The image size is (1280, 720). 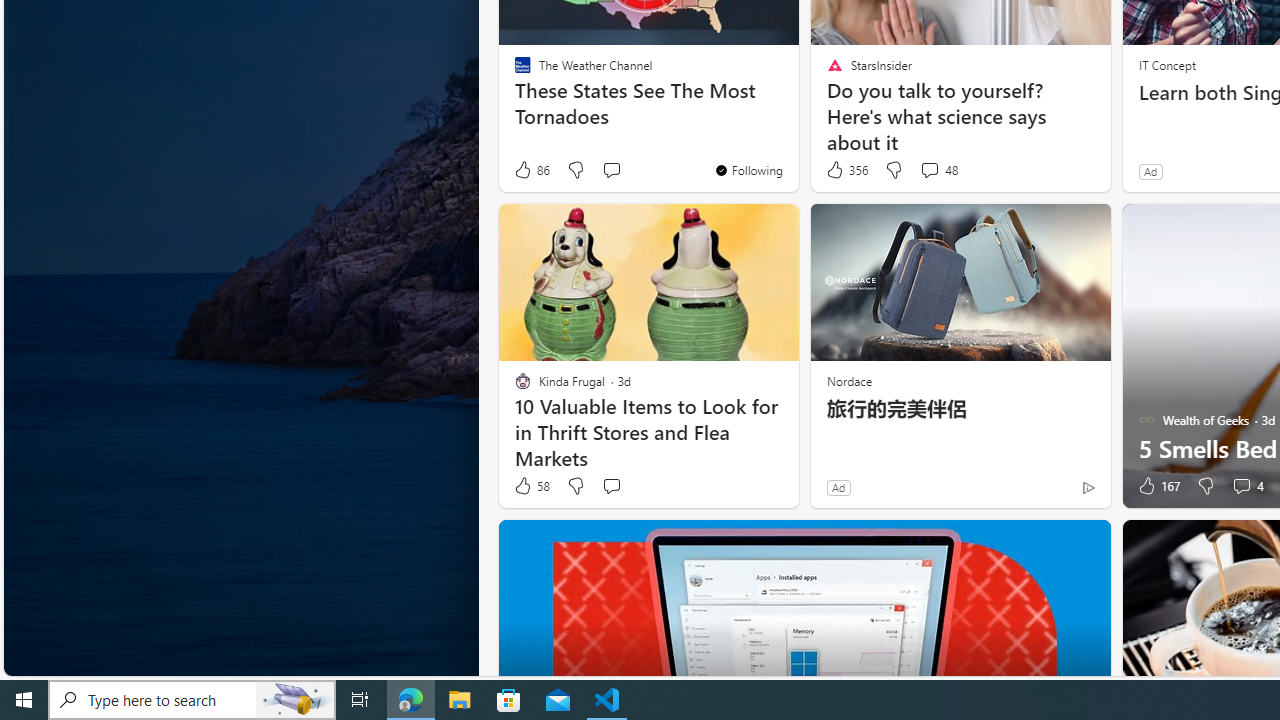 What do you see at coordinates (531, 486) in the screenshot?
I see `'58 Like'` at bounding box center [531, 486].